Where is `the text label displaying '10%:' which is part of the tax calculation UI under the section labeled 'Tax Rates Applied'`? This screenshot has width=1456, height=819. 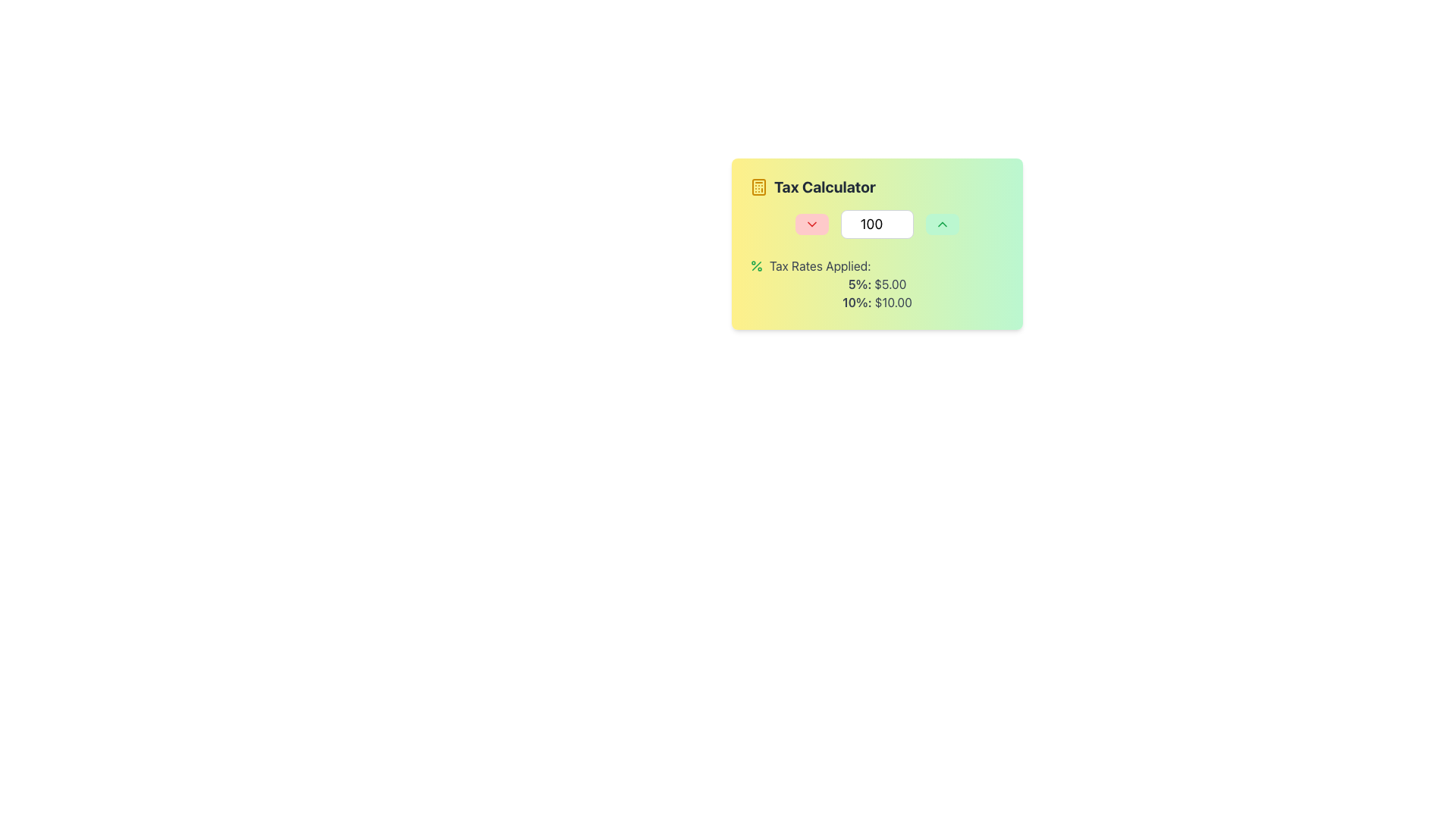 the text label displaying '10%:' which is part of the tax calculation UI under the section labeled 'Tax Rates Applied' is located at coordinates (858, 302).